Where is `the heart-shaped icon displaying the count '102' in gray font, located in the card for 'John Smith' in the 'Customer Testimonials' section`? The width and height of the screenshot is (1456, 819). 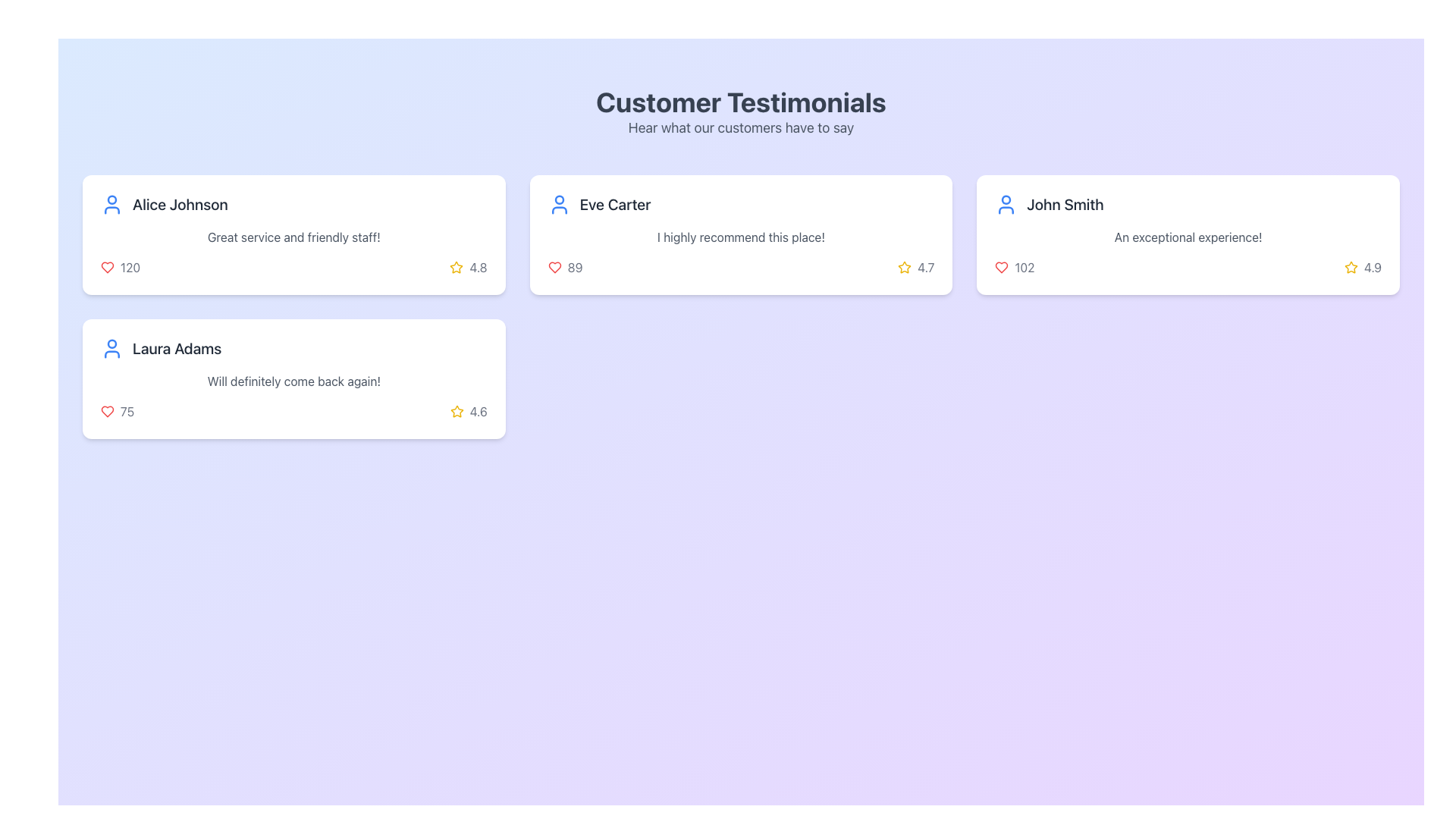
the heart-shaped icon displaying the count '102' in gray font, located in the card for 'John Smith' in the 'Customer Testimonials' section is located at coordinates (1015, 267).